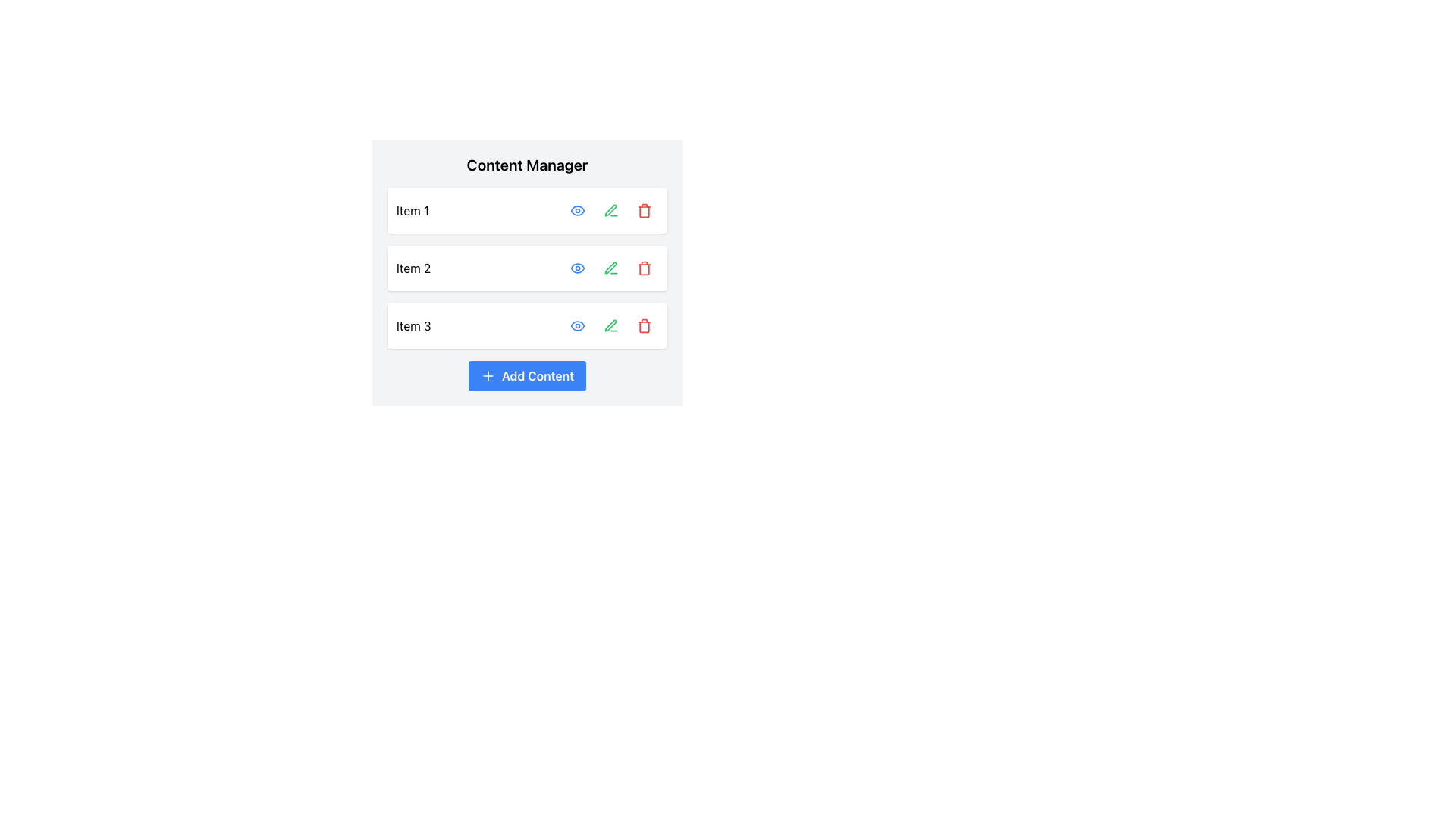 The image size is (1456, 819). What do you see at coordinates (577, 210) in the screenshot?
I see `the eye icon button, which is styled with a blue outline and located in the first row of the 'Content Manager' section` at bounding box center [577, 210].